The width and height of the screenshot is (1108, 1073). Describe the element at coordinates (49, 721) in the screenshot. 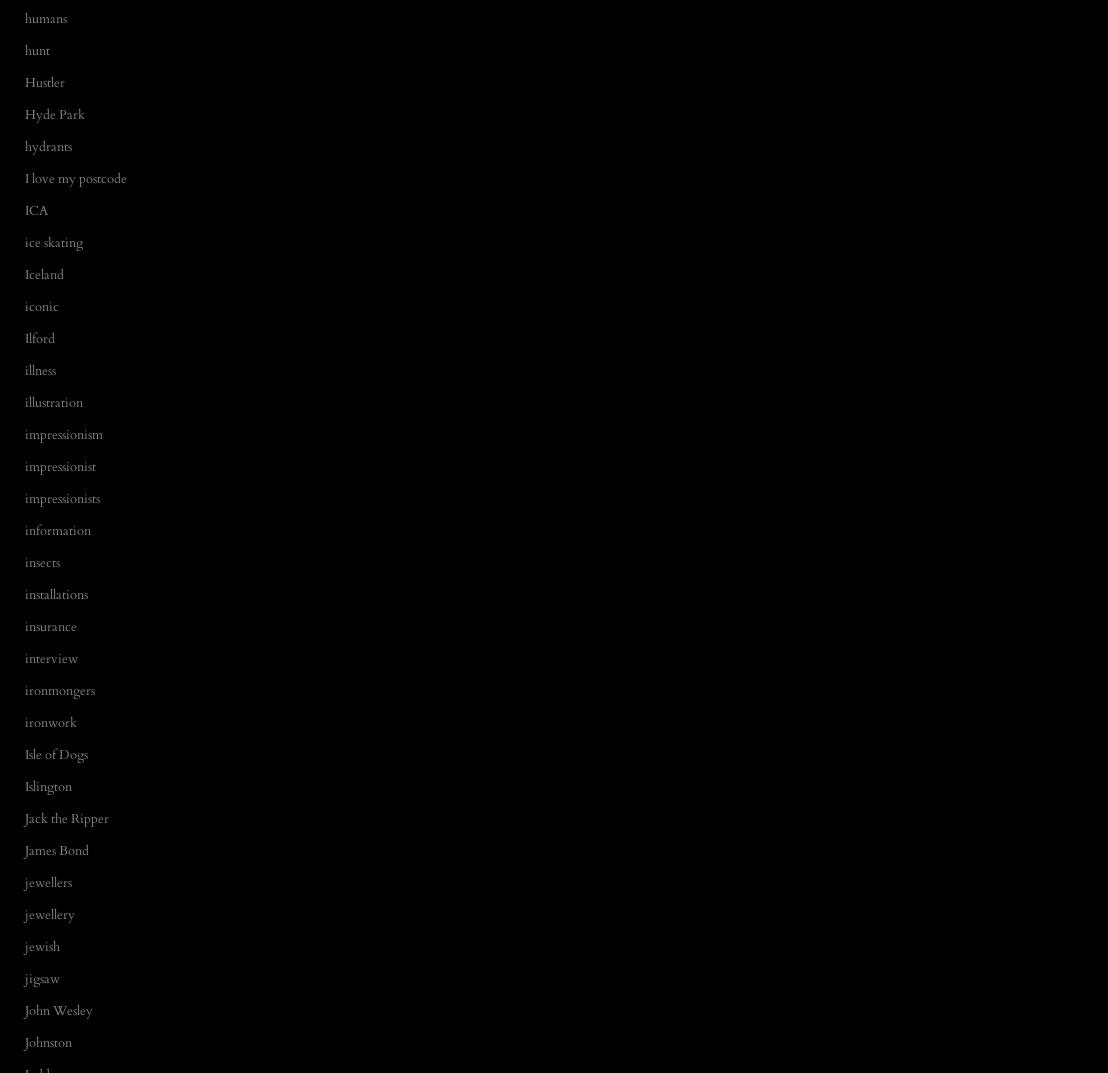

I see `'ironwork'` at that location.